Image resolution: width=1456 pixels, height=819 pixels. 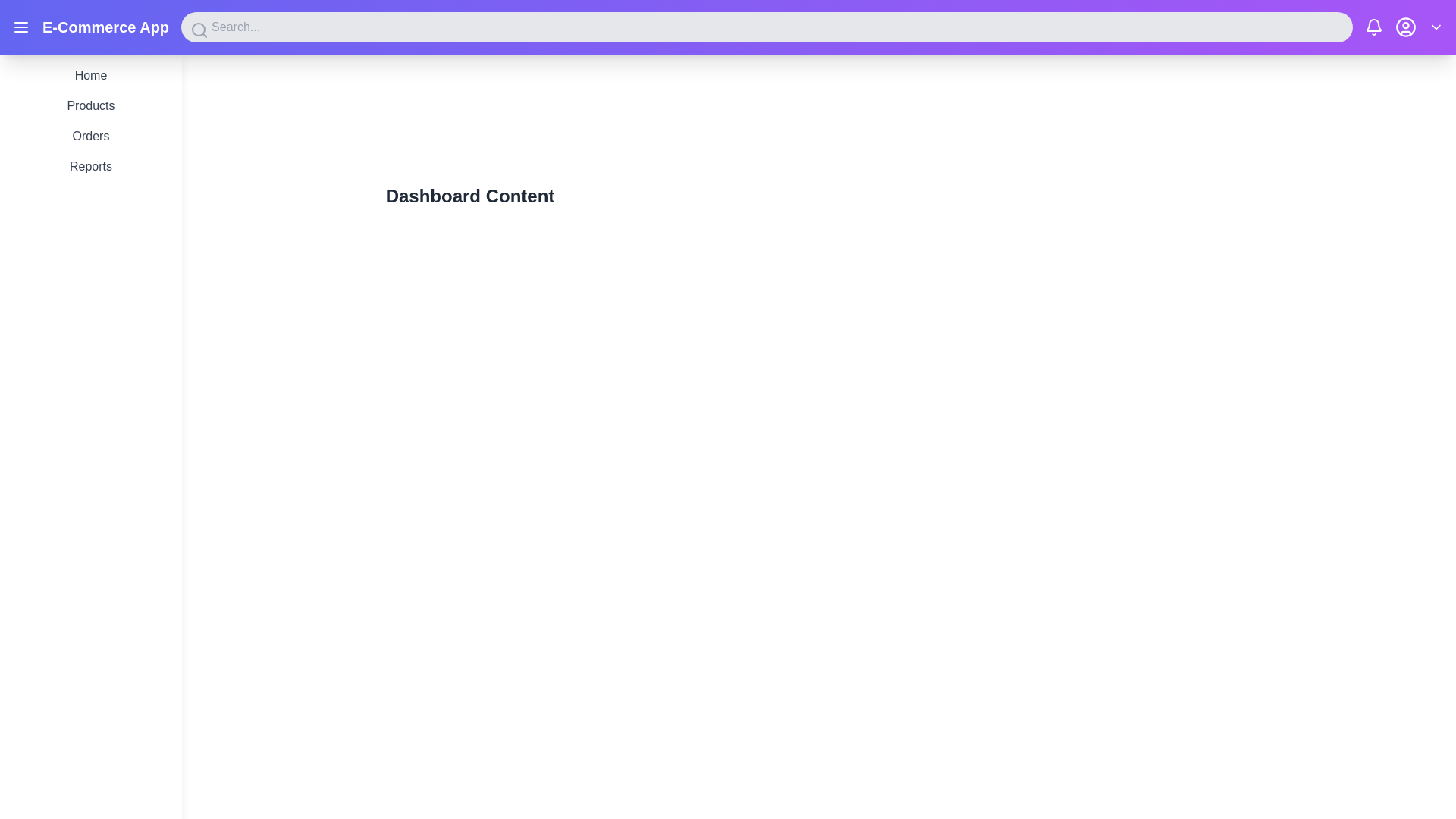 What do you see at coordinates (1436, 27) in the screenshot?
I see `the Chevron-Down icon located in the upper navigation bar` at bounding box center [1436, 27].